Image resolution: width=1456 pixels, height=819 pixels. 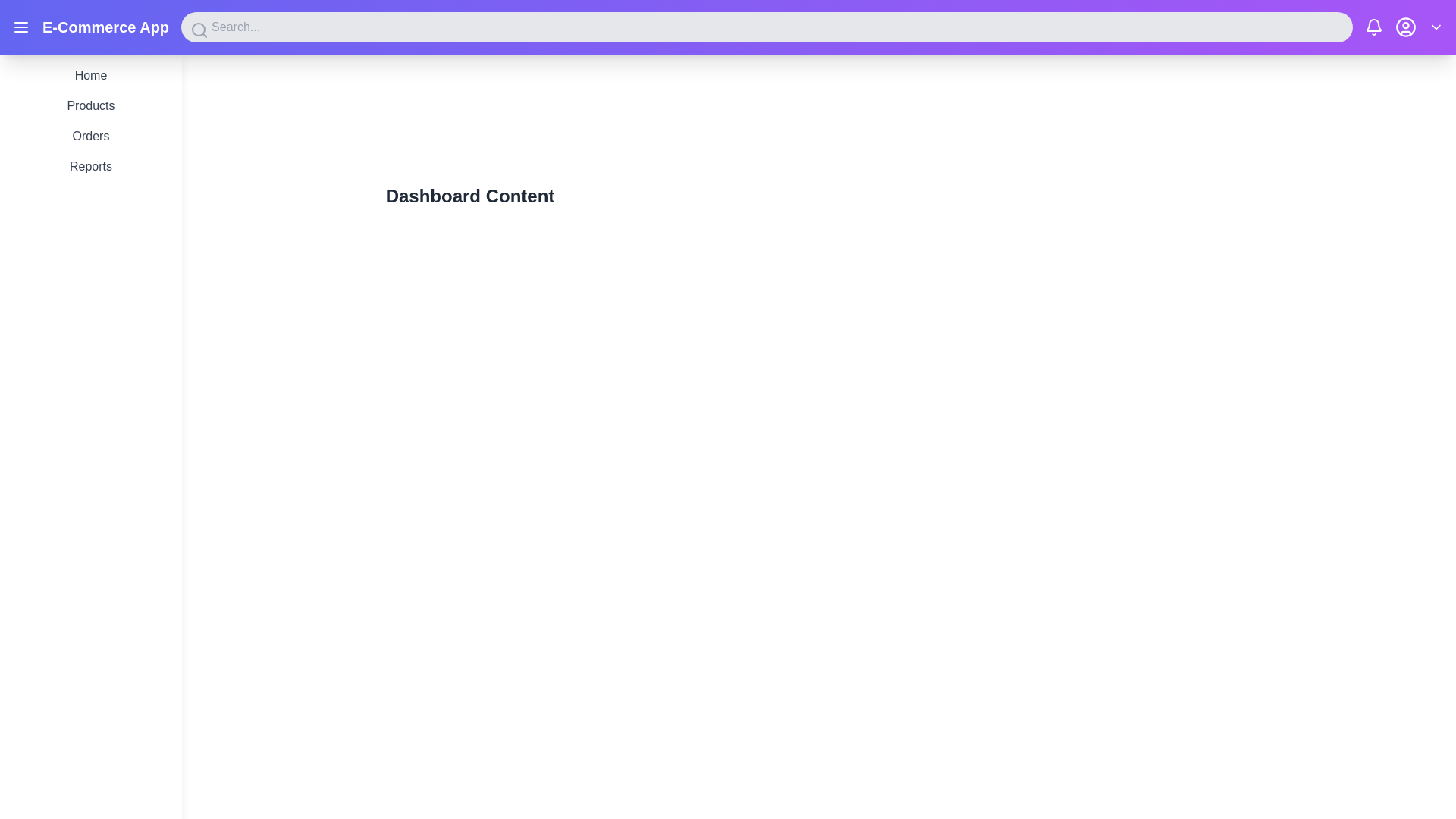 What do you see at coordinates (1436, 27) in the screenshot?
I see `the Chevron-Down icon located in the upper navigation bar` at bounding box center [1436, 27].